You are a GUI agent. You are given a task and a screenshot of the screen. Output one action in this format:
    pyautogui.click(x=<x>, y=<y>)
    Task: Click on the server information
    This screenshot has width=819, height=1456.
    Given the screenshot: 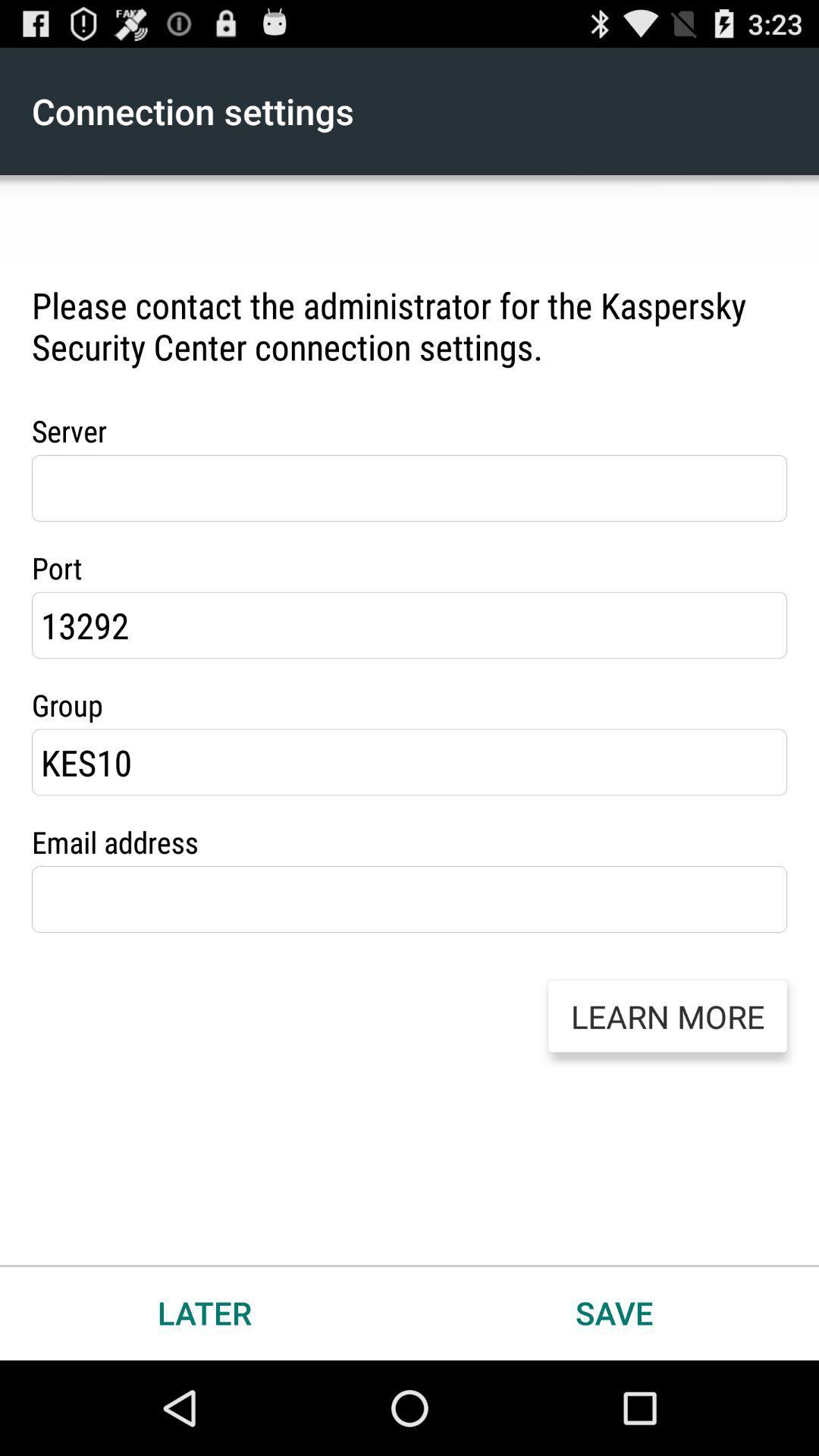 What is the action you would take?
    pyautogui.click(x=409, y=488)
    